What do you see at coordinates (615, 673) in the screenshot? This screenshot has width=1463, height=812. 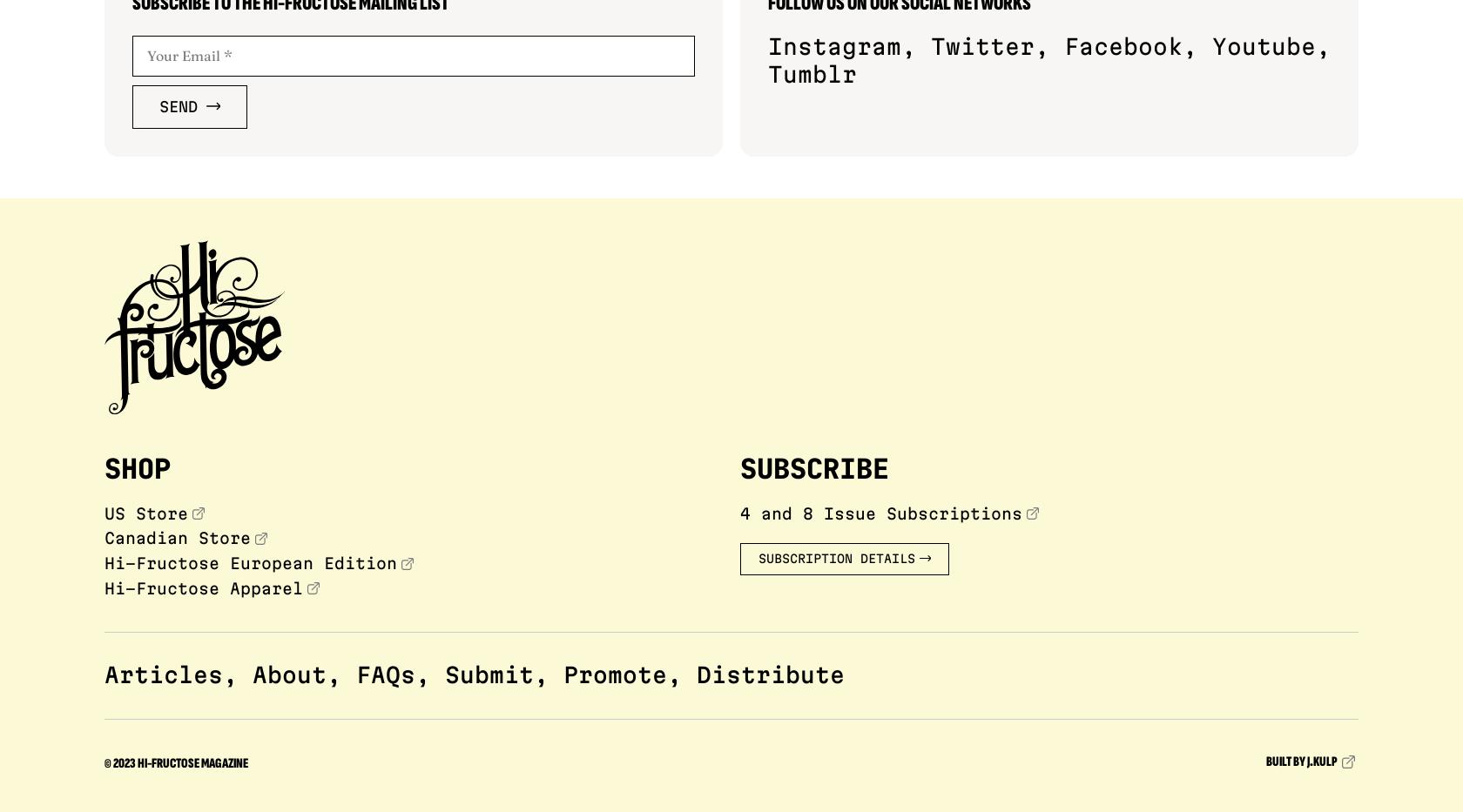 I see `'Promote'` at bounding box center [615, 673].